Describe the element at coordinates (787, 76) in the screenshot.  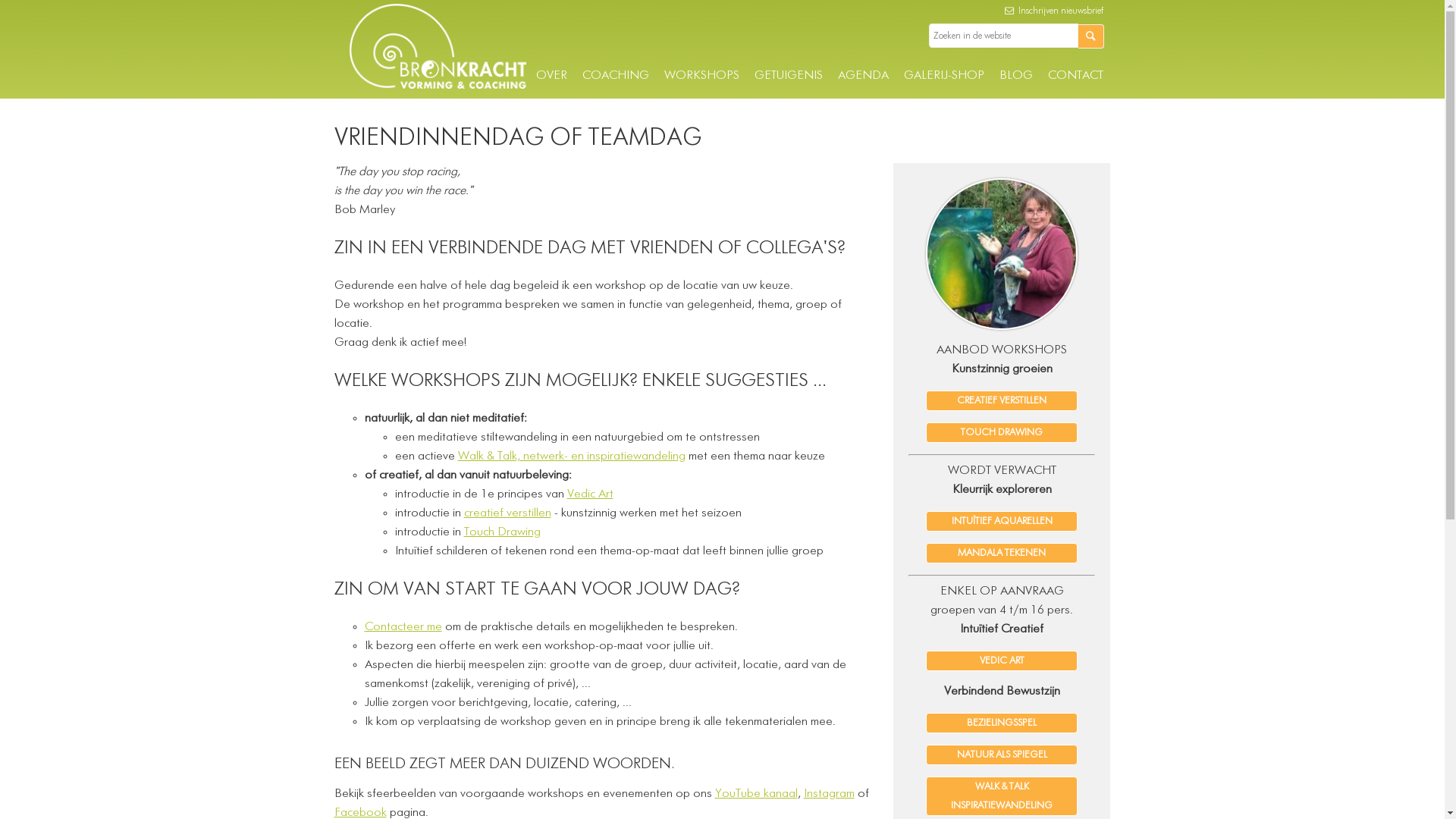
I see `'GETUIGENIS'` at that location.